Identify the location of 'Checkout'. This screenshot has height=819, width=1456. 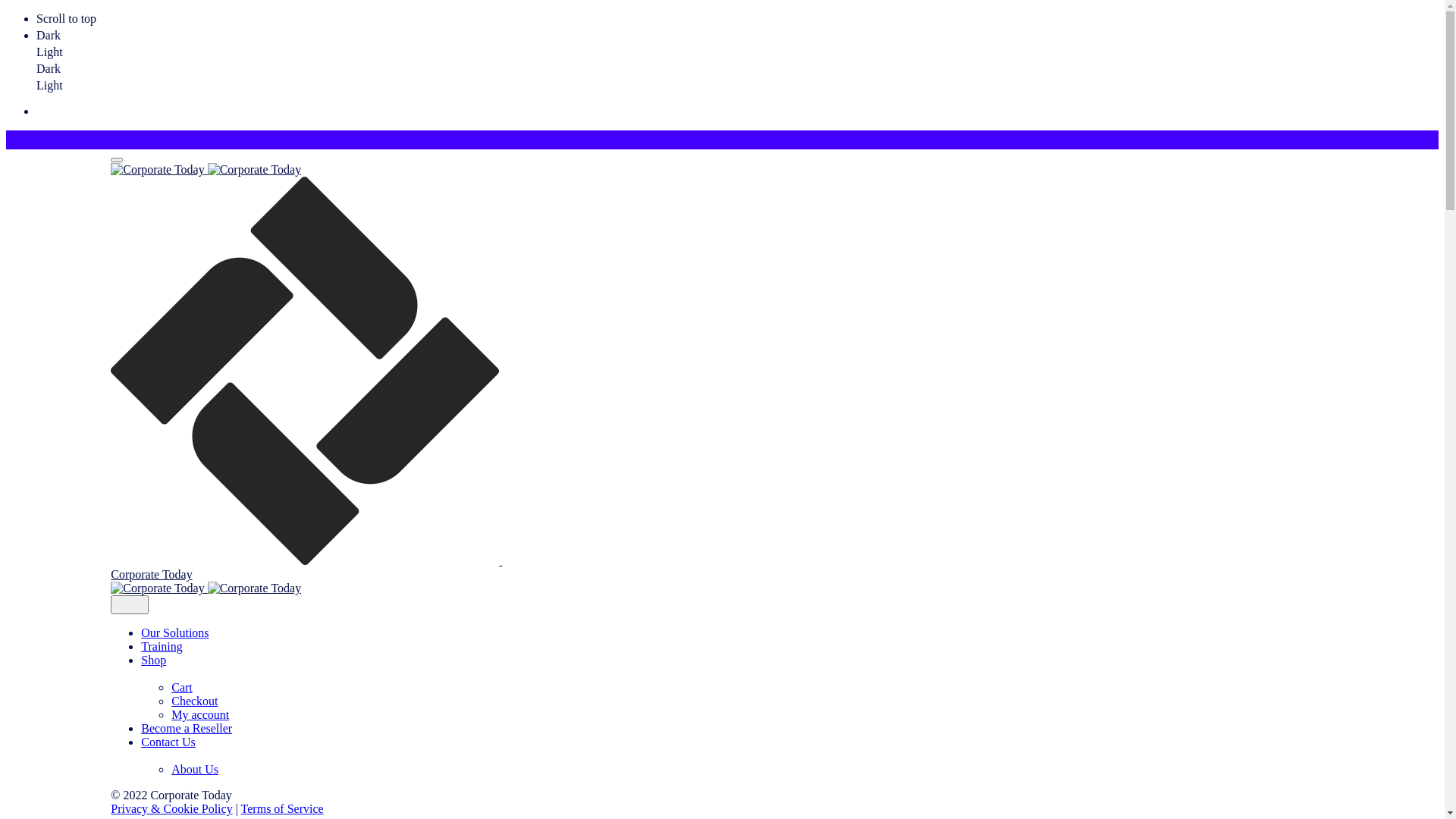
(193, 701).